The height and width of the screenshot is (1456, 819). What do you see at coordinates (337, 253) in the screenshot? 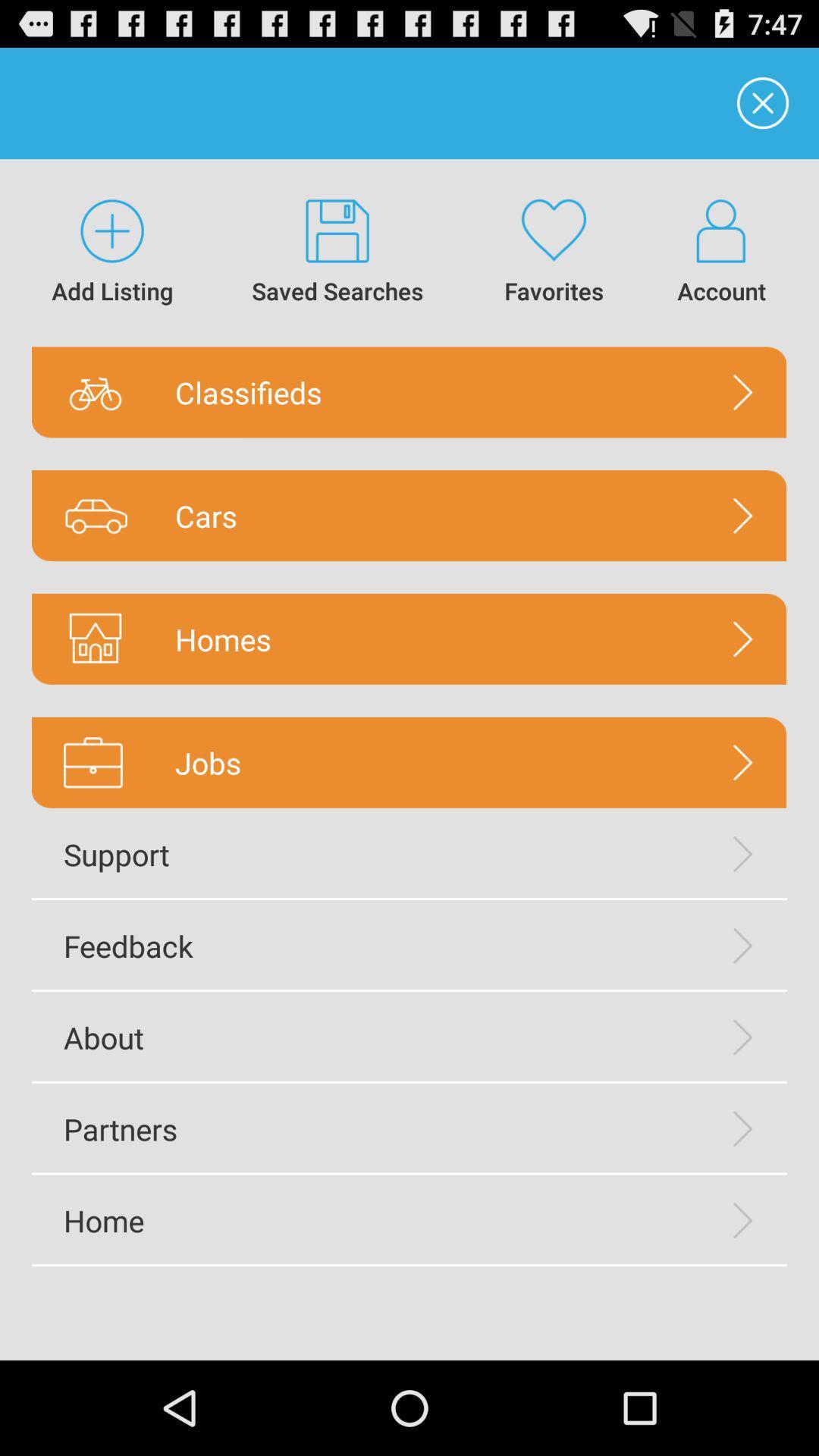
I see `saved searches icon` at bounding box center [337, 253].